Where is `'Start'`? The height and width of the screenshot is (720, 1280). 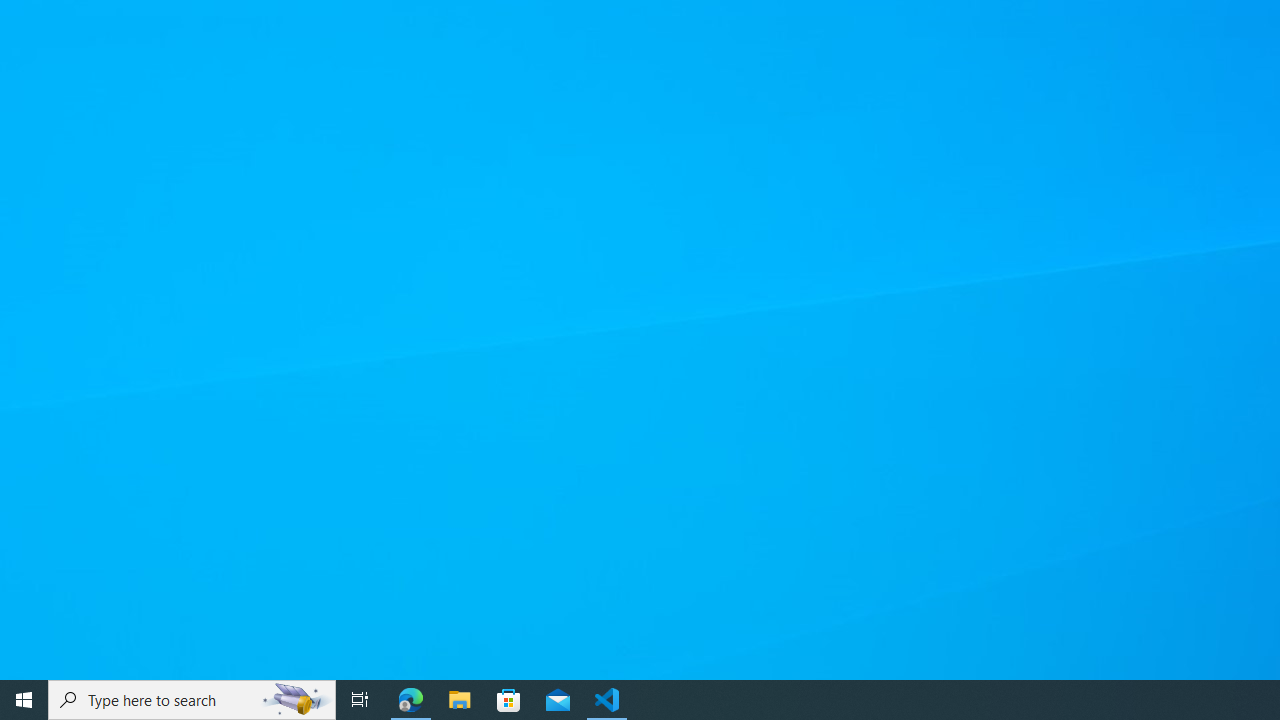 'Start' is located at coordinates (24, 698).